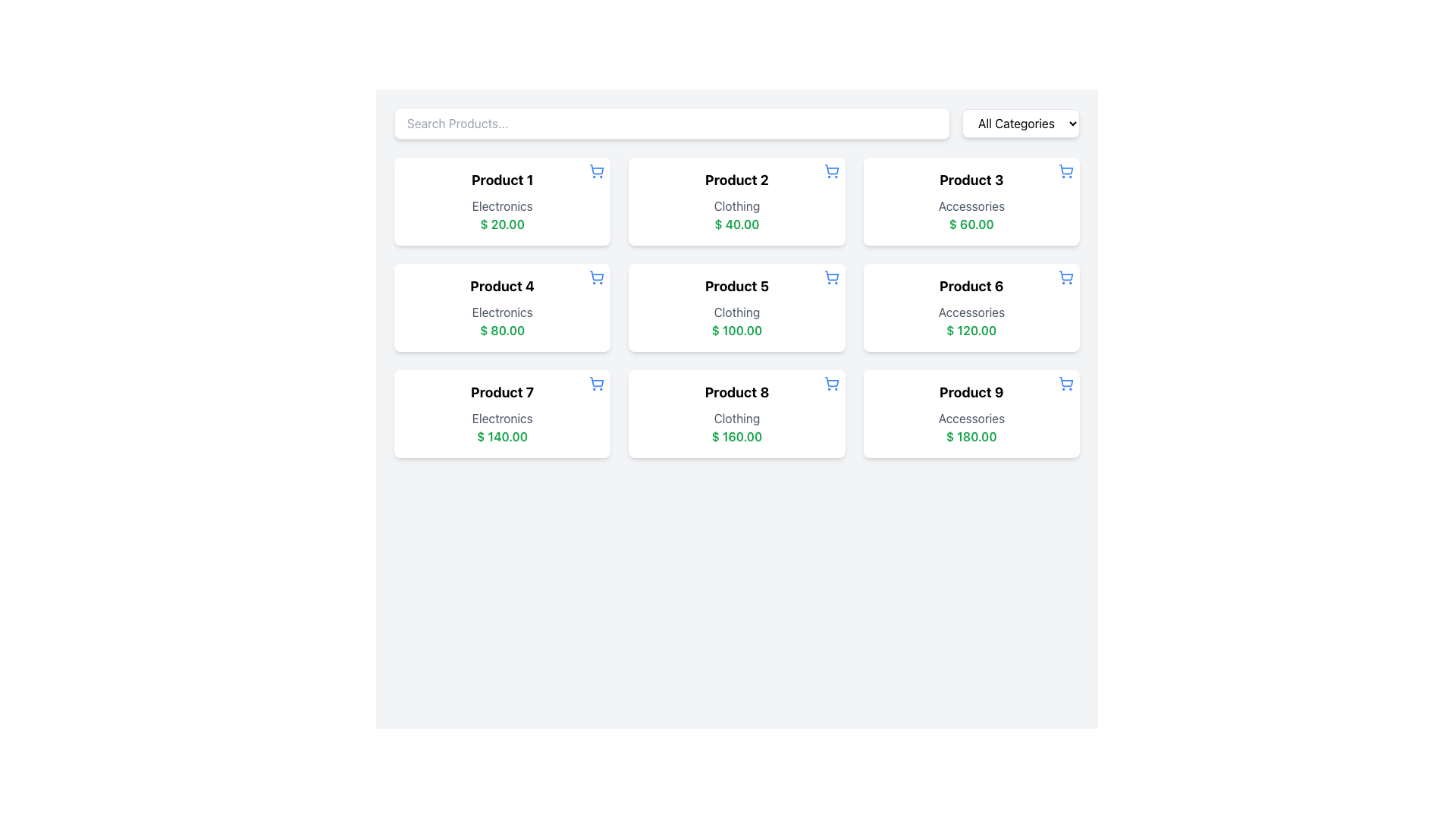 The width and height of the screenshot is (1456, 819). Describe the element at coordinates (736, 180) in the screenshot. I see `the bolded text label displaying 'Product 2' at the top of the product card` at that location.